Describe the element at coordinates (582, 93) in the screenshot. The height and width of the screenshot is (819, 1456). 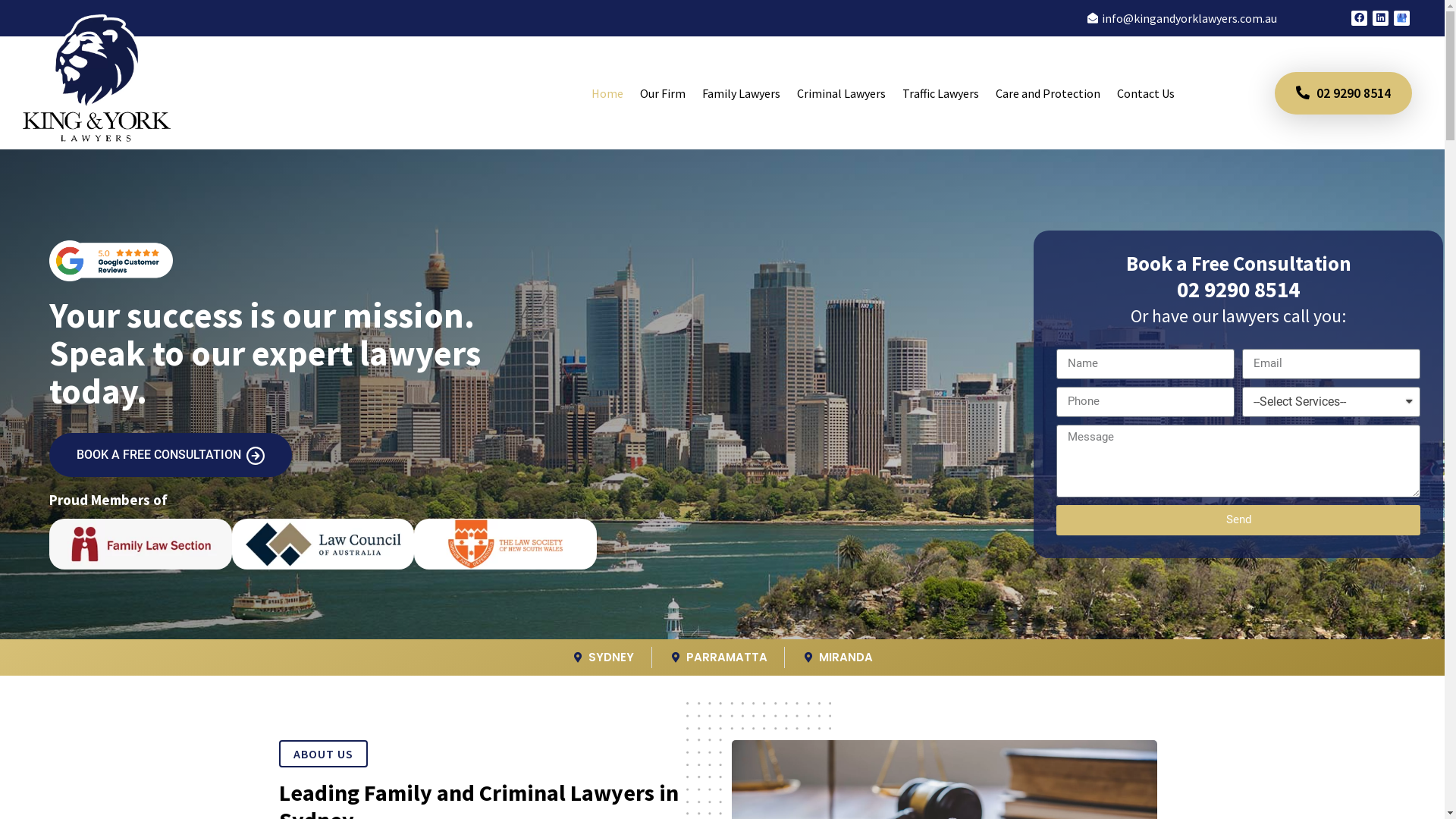
I see `'Home'` at that location.